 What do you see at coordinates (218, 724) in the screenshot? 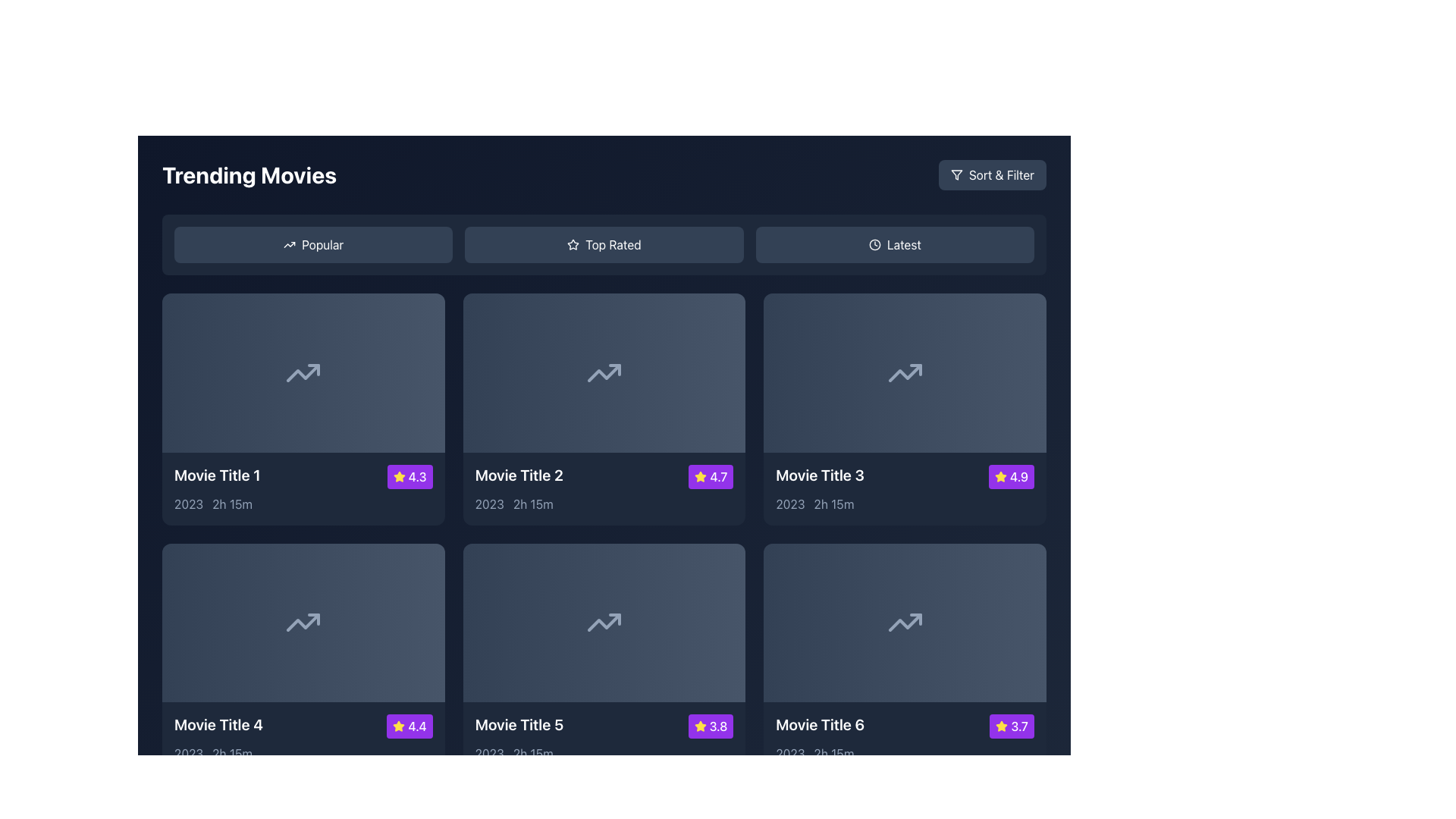
I see `the static text label displaying the movie title located in the bottom-left section of the fourth card in the movie grid` at bounding box center [218, 724].